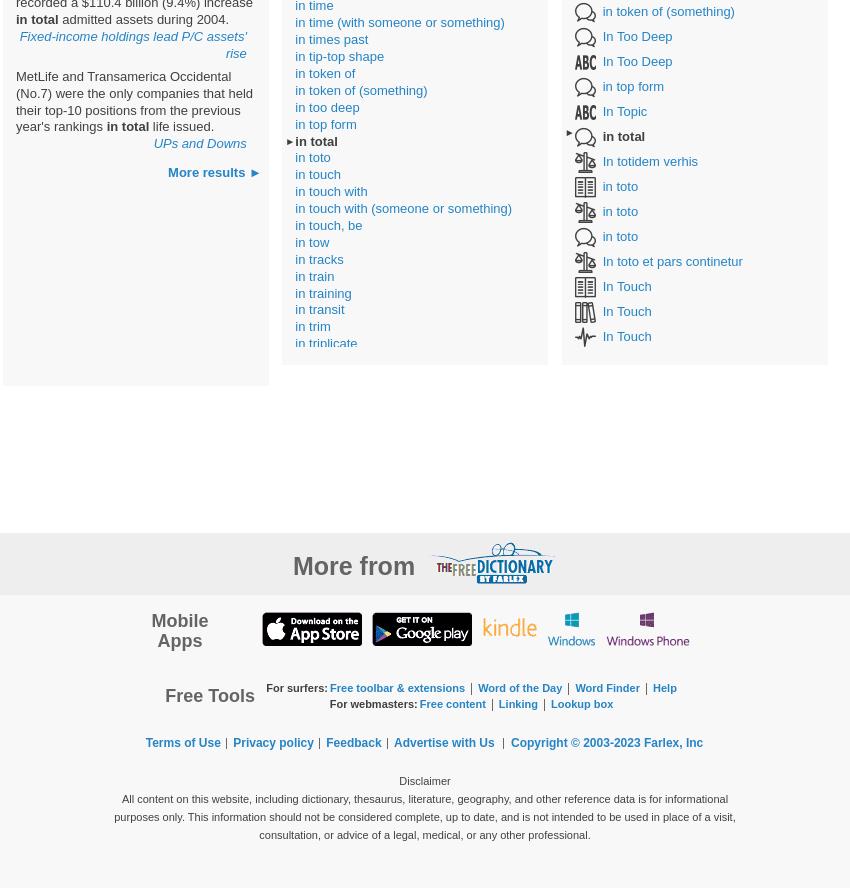 The width and height of the screenshot is (850, 888). What do you see at coordinates (576, 741) in the screenshot?
I see `'Copyright © 2003-2023'` at bounding box center [576, 741].